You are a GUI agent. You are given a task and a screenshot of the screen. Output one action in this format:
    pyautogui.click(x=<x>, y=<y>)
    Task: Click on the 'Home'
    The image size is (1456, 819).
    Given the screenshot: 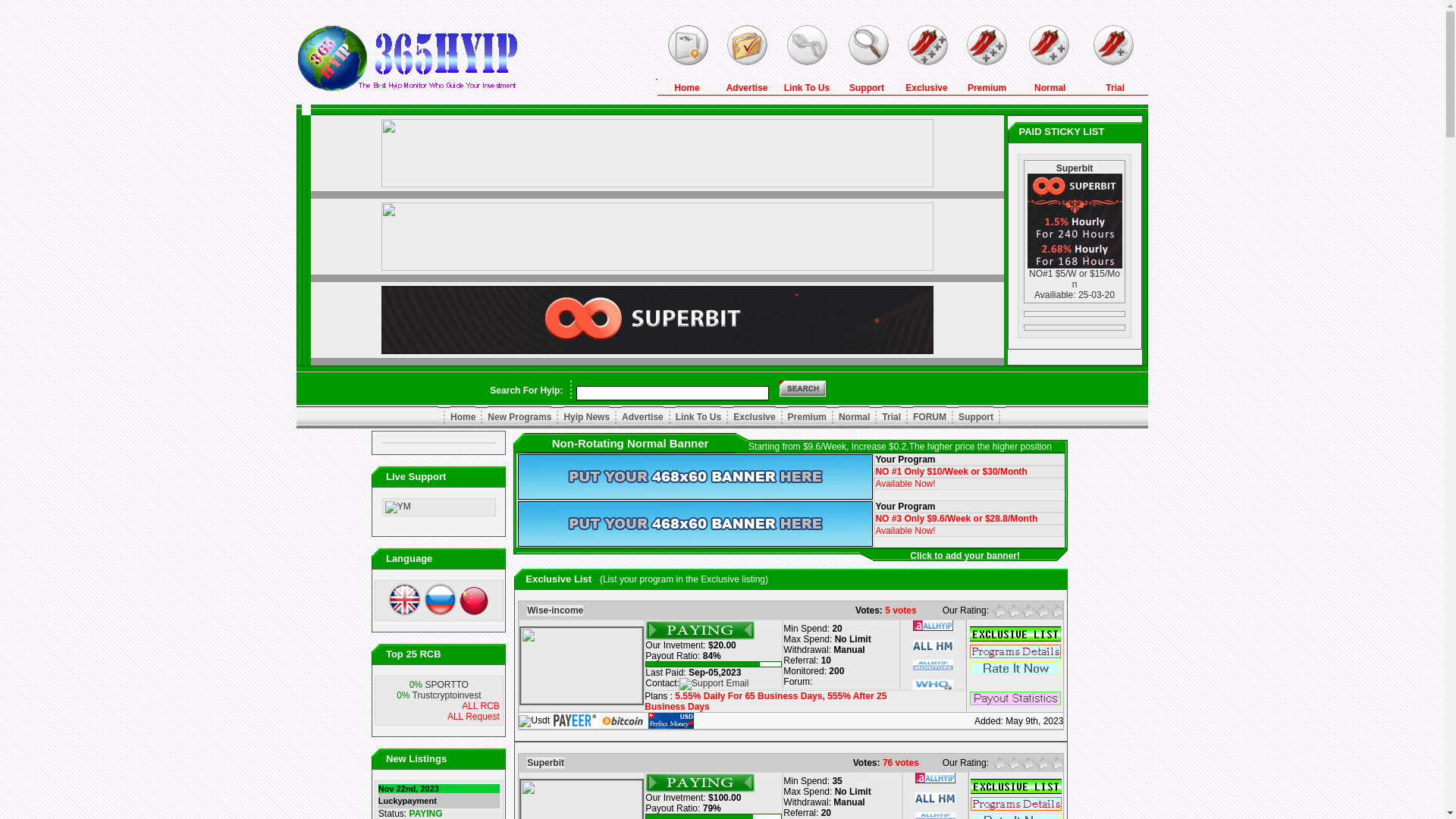 What is the action you would take?
    pyautogui.click(x=462, y=417)
    